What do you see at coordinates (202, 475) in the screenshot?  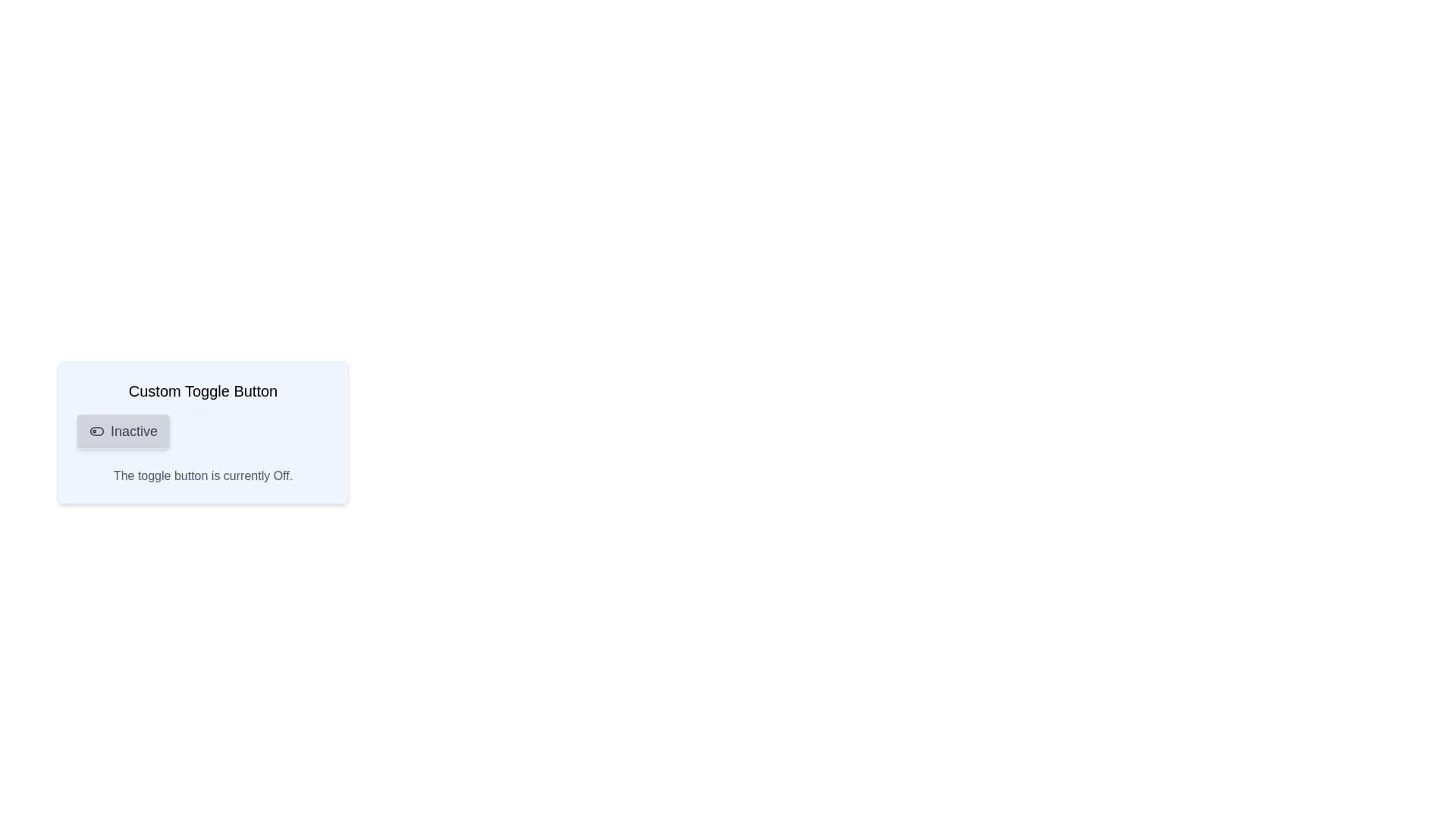 I see `the static text displaying 'The toggle button is currently Off.' located at the bottom of the card titled 'Custom Toggle Button'` at bounding box center [202, 475].